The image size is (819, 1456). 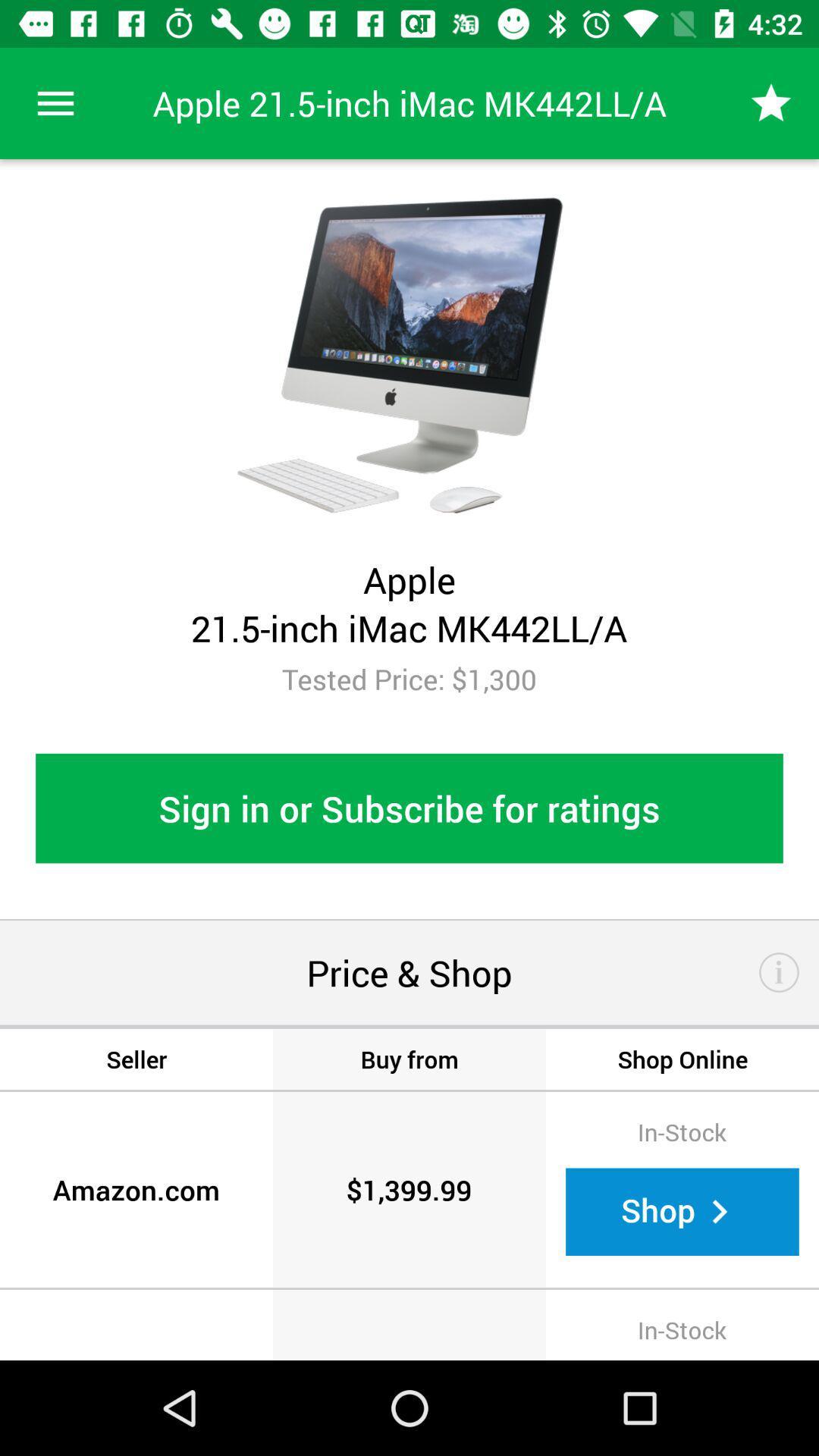 What do you see at coordinates (55, 102) in the screenshot?
I see `icon above tested price 1 item` at bounding box center [55, 102].